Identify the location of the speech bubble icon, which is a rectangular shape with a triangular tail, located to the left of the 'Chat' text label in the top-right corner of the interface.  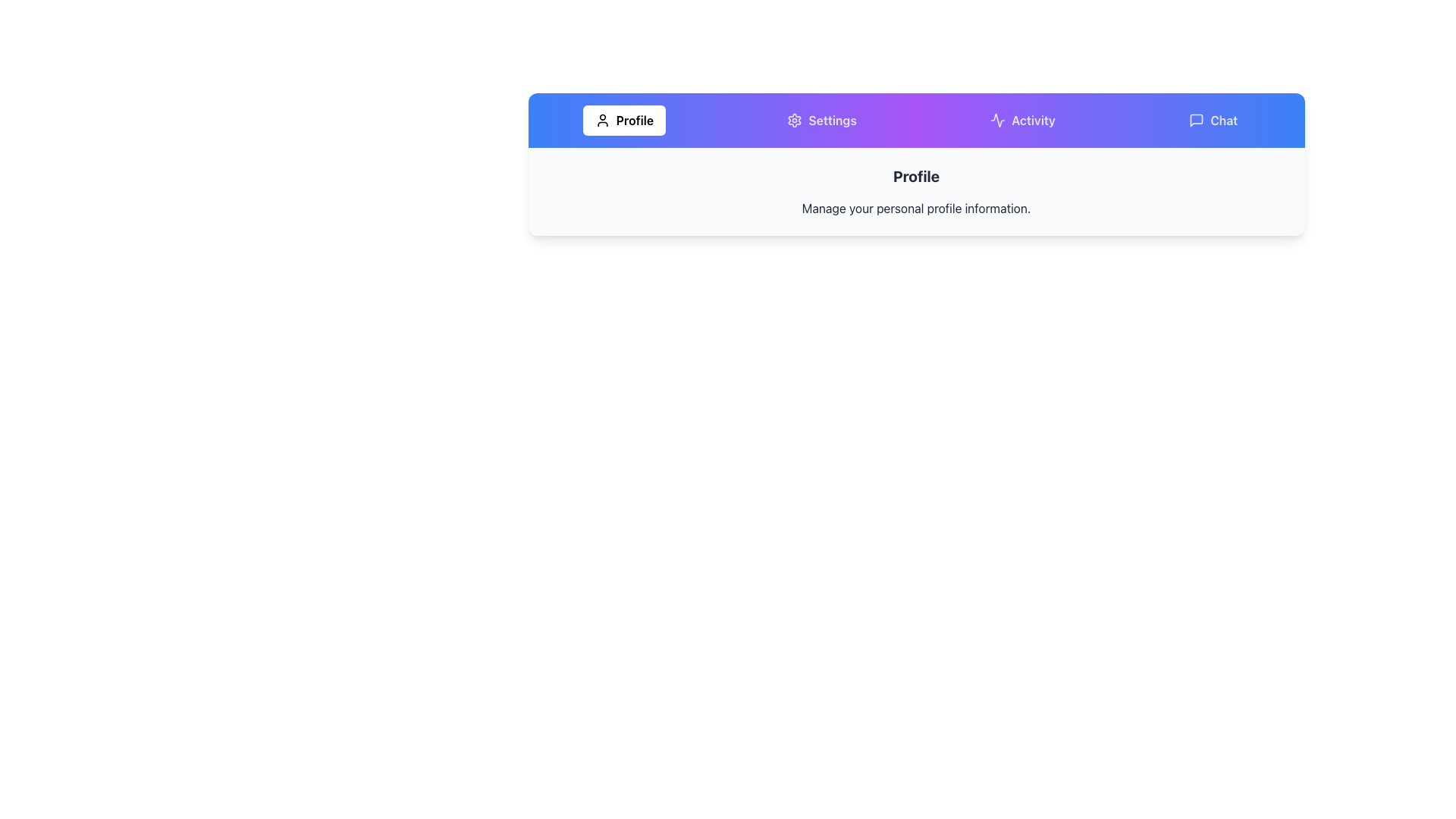
(1196, 119).